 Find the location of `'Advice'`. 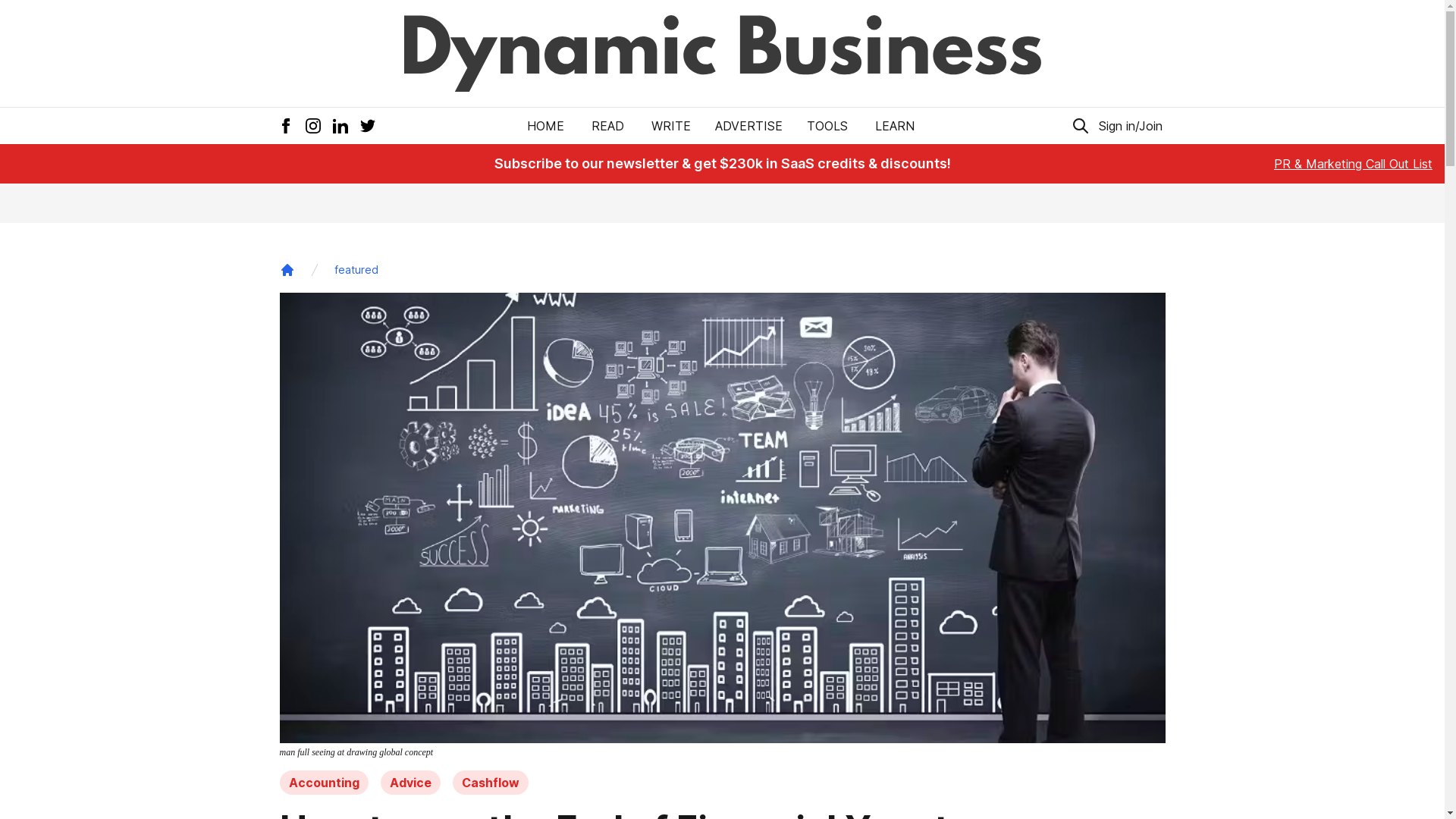

'Advice' is located at coordinates (381, 783).